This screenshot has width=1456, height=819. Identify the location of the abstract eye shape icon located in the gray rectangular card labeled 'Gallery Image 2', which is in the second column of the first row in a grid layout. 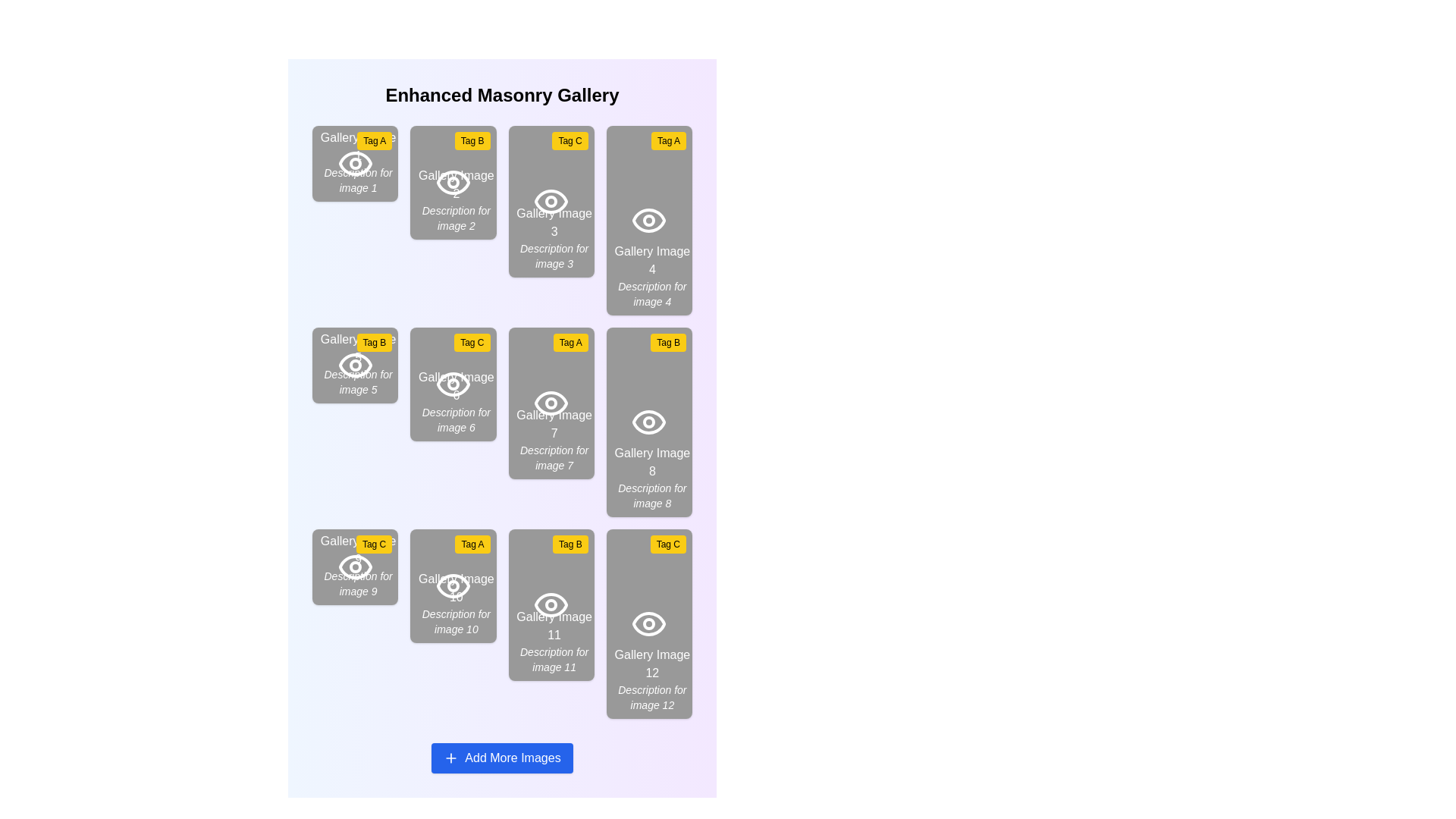
(452, 181).